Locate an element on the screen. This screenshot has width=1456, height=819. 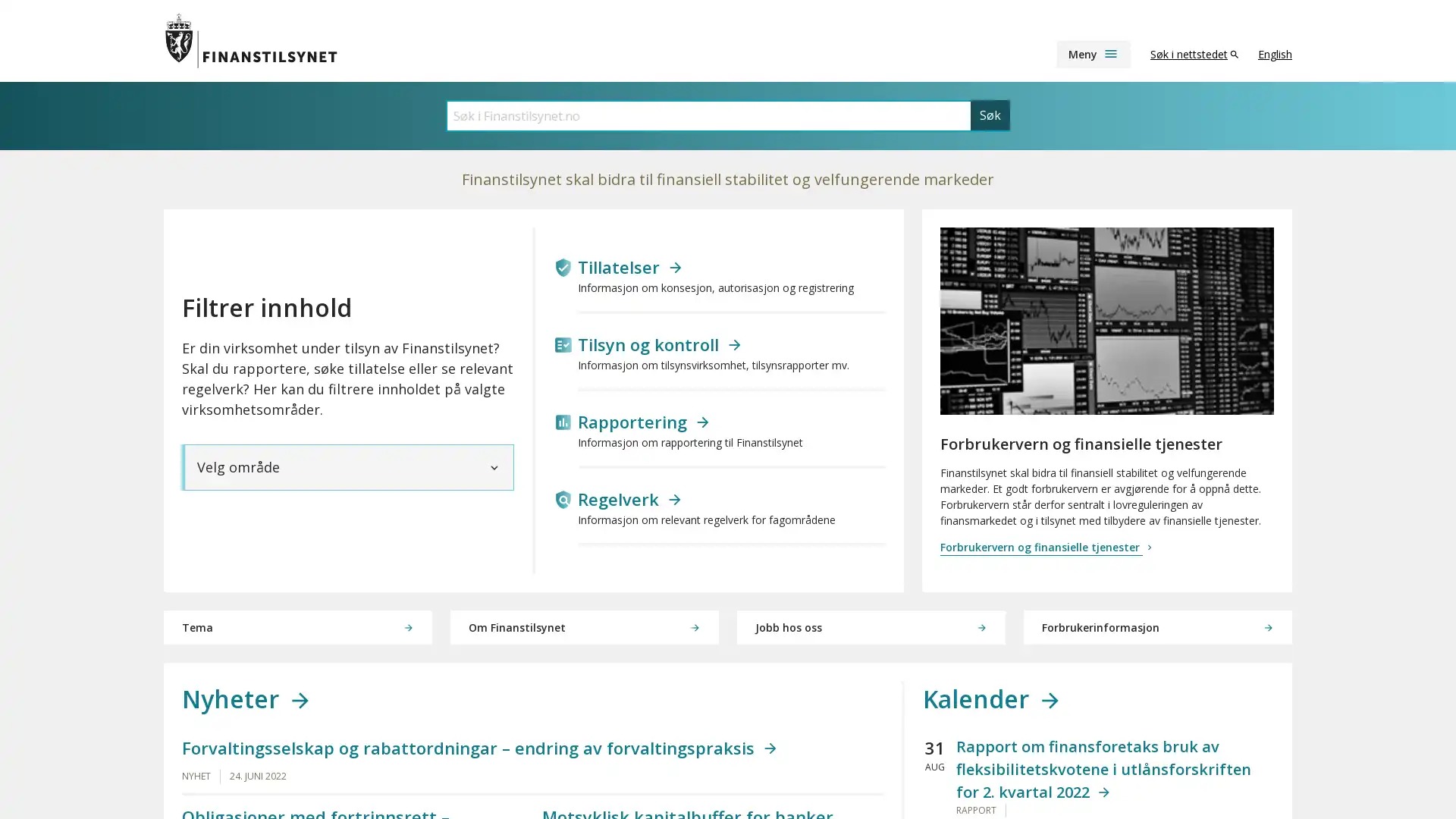
Meny menu is located at coordinates (1093, 52).